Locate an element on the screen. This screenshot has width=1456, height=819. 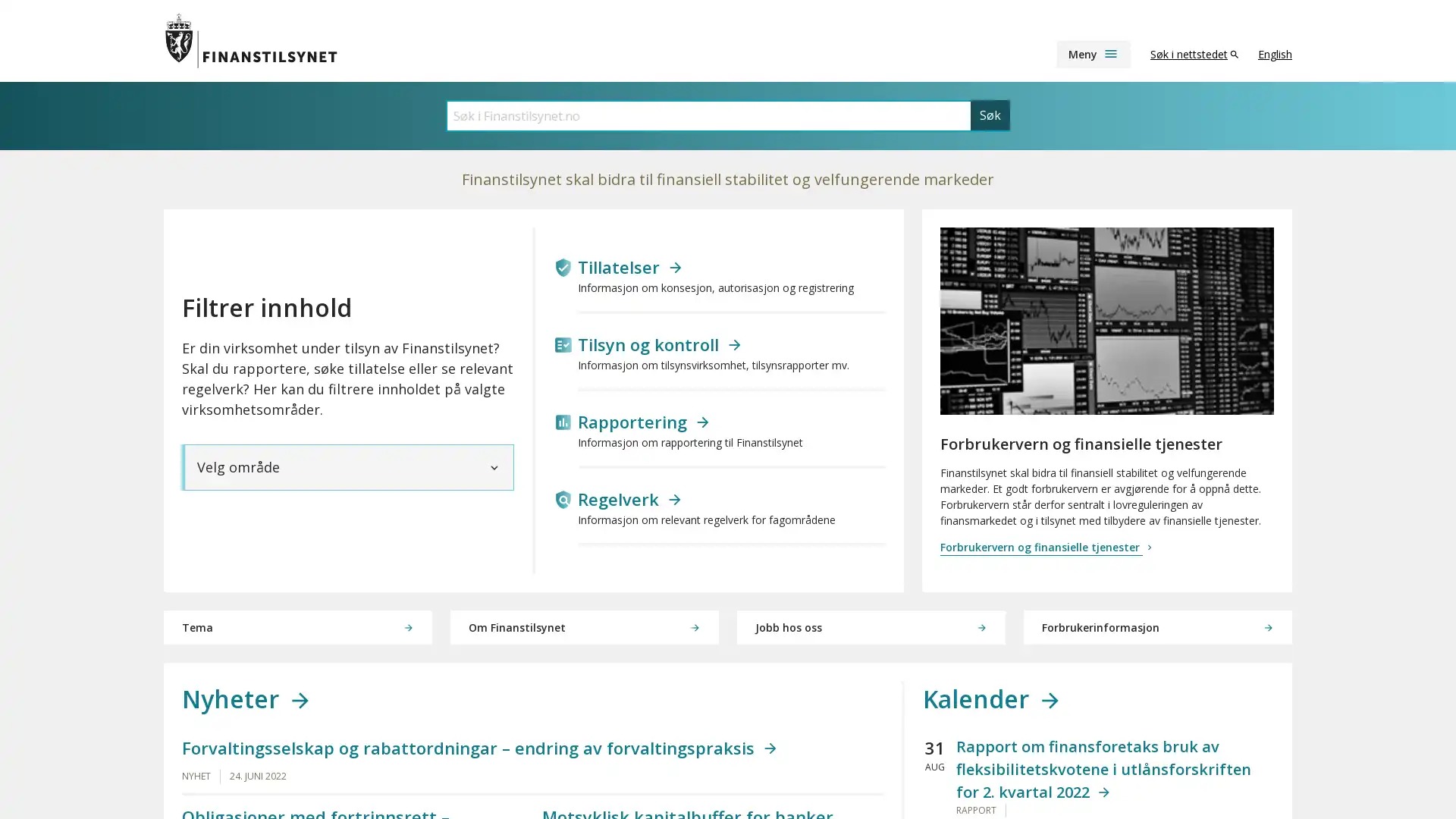
Meny menu is located at coordinates (1093, 52).